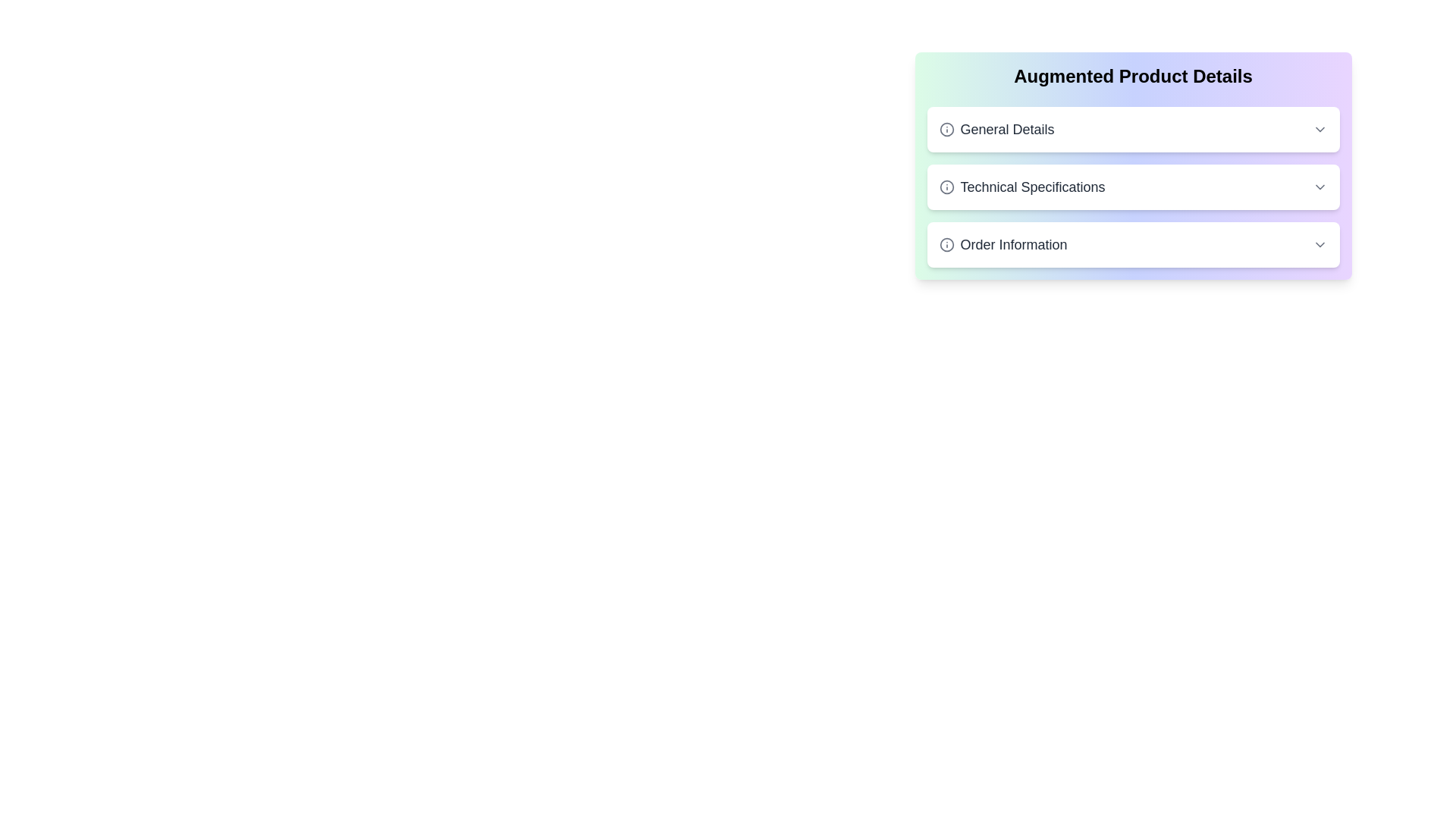 This screenshot has height=819, width=1456. I want to click on the downward-pointing chevron icon located at the right end of the 'Technical Specifications' item, so click(1319, 186).